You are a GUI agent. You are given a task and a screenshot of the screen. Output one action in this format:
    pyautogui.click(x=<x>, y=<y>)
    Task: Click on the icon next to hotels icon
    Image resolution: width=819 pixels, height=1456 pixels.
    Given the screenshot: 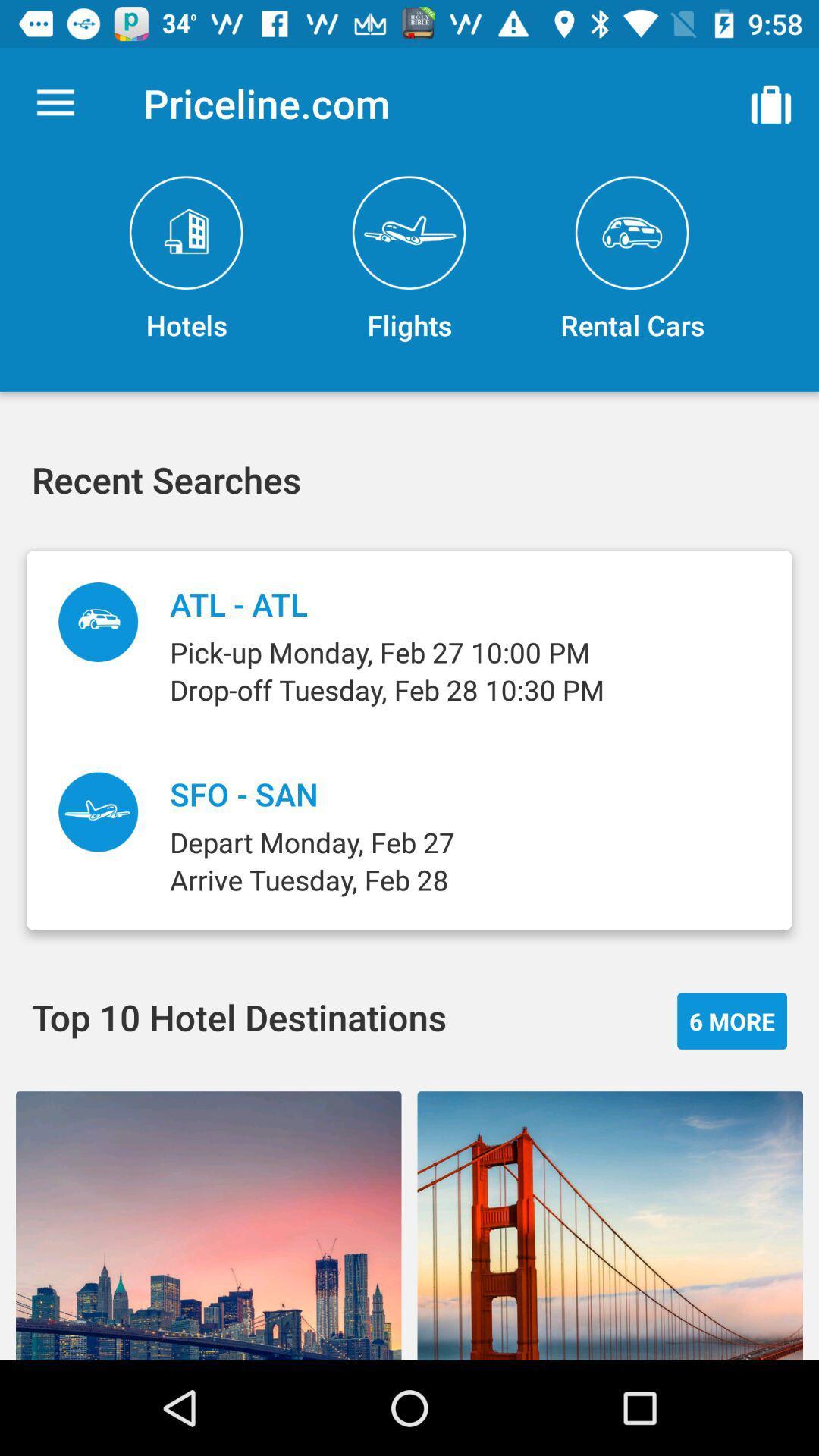 What is the action you would take?
    pyautogui.click(x=409, y=259)
    